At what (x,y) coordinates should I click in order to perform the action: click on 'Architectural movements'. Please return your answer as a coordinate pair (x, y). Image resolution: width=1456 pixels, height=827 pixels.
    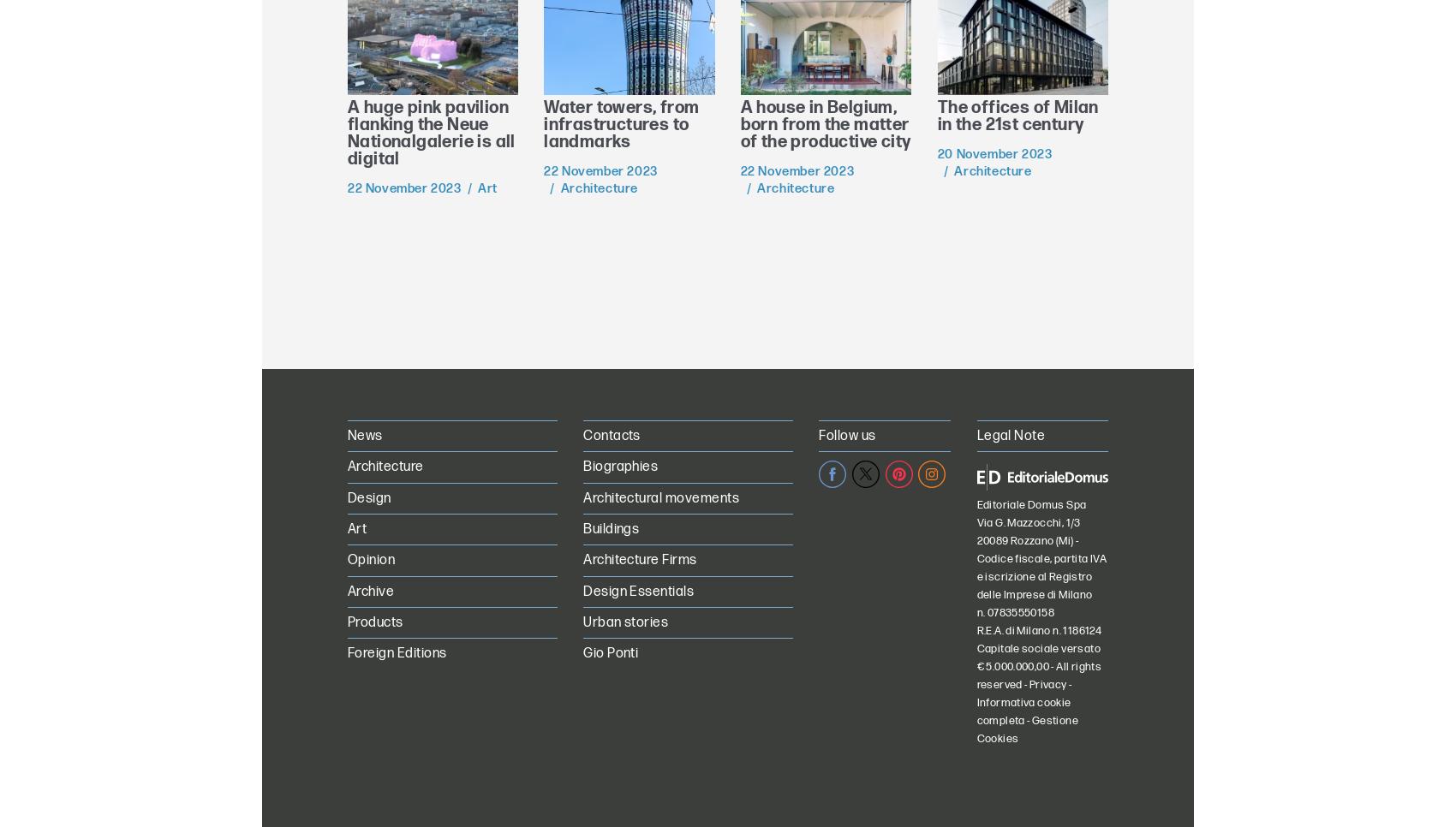
    Looking at the image, I should click on (659, 497).